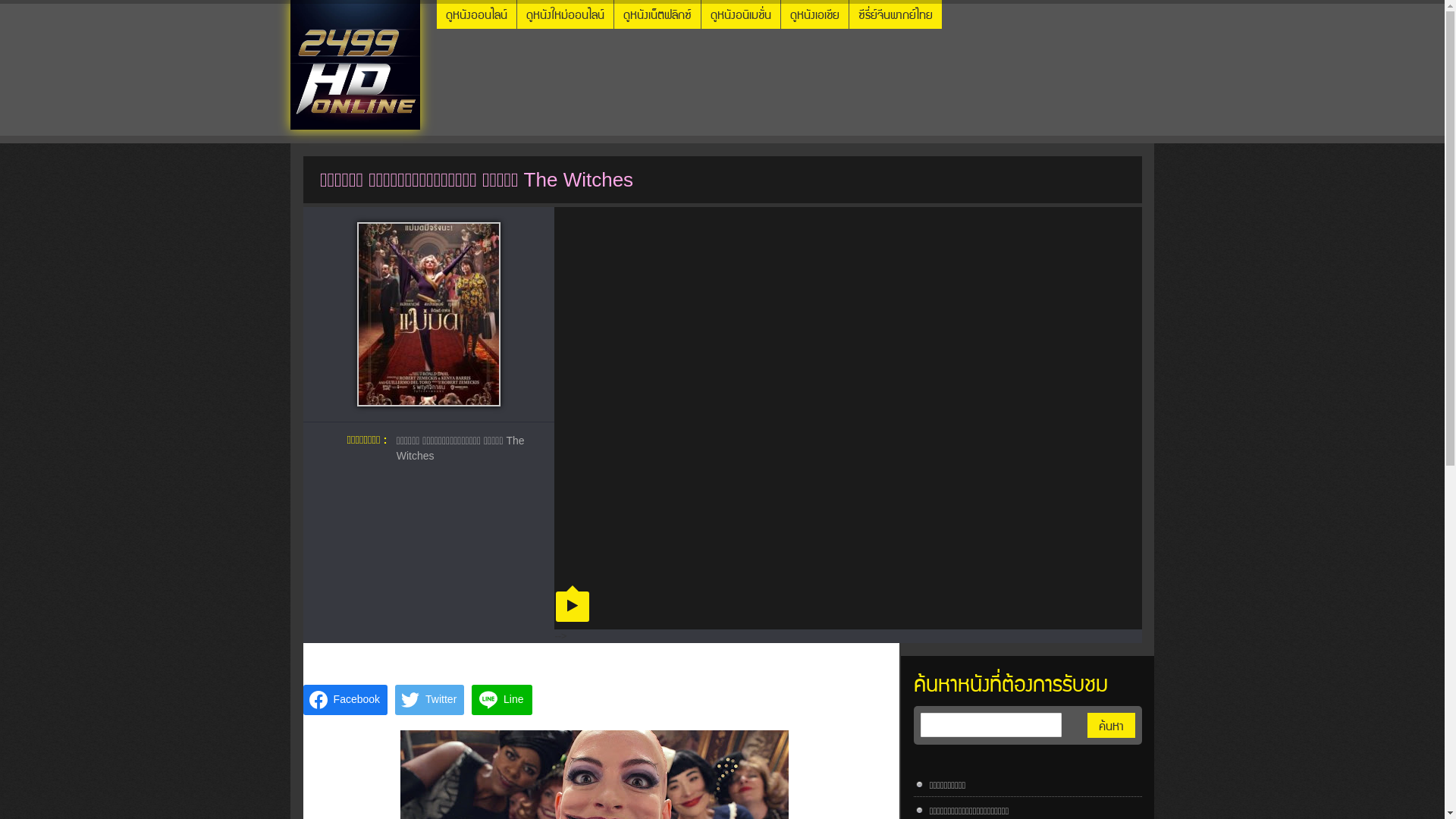  What do you see at coordinates (344, 699) in the screenshot?
I see `'Facebook'` at bounding box center [344, 699].